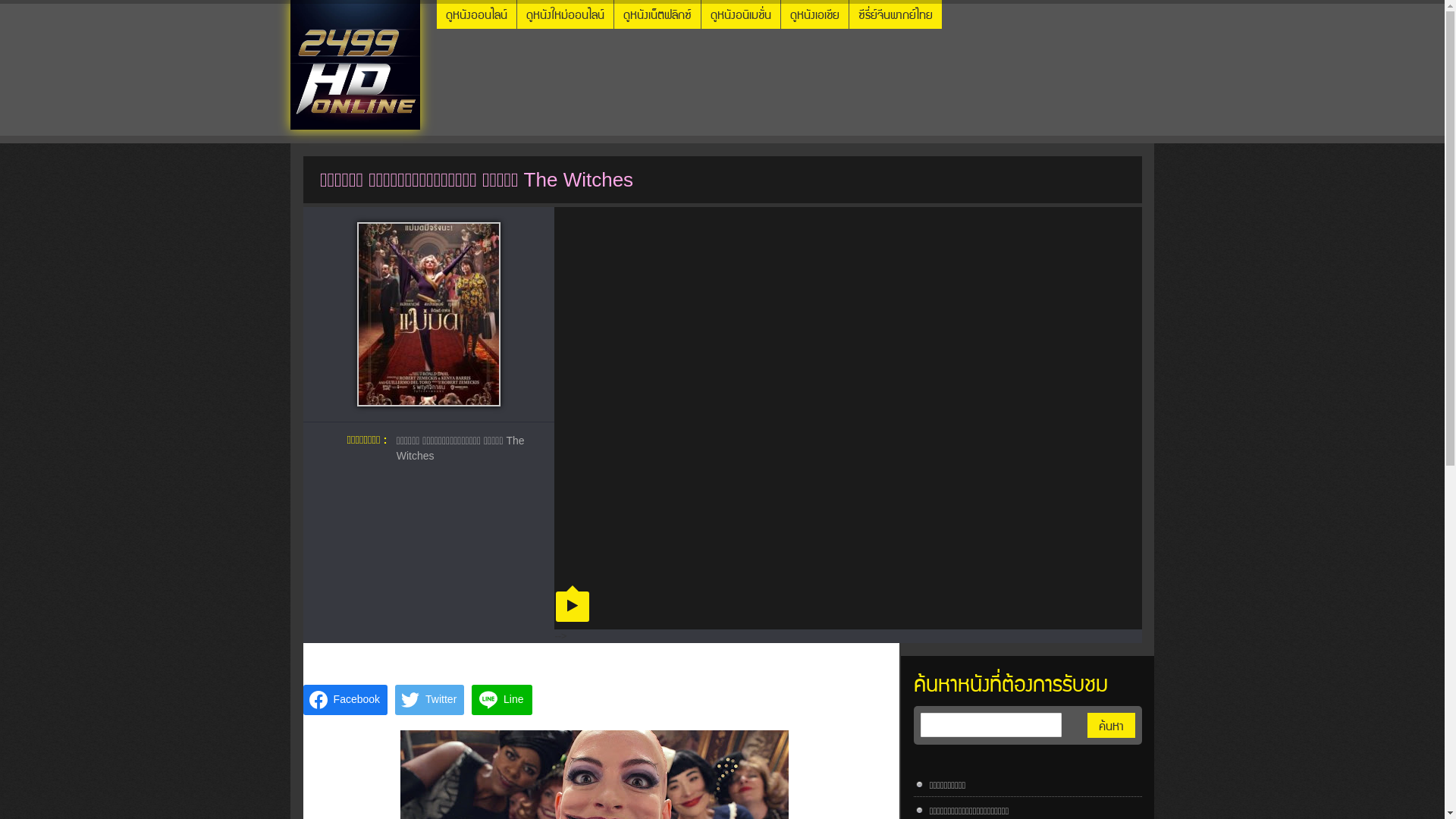  What do you see at coordinates (344, 699) in the screenshot?
I see `'Facebook'` at bounding box center [344, 699].